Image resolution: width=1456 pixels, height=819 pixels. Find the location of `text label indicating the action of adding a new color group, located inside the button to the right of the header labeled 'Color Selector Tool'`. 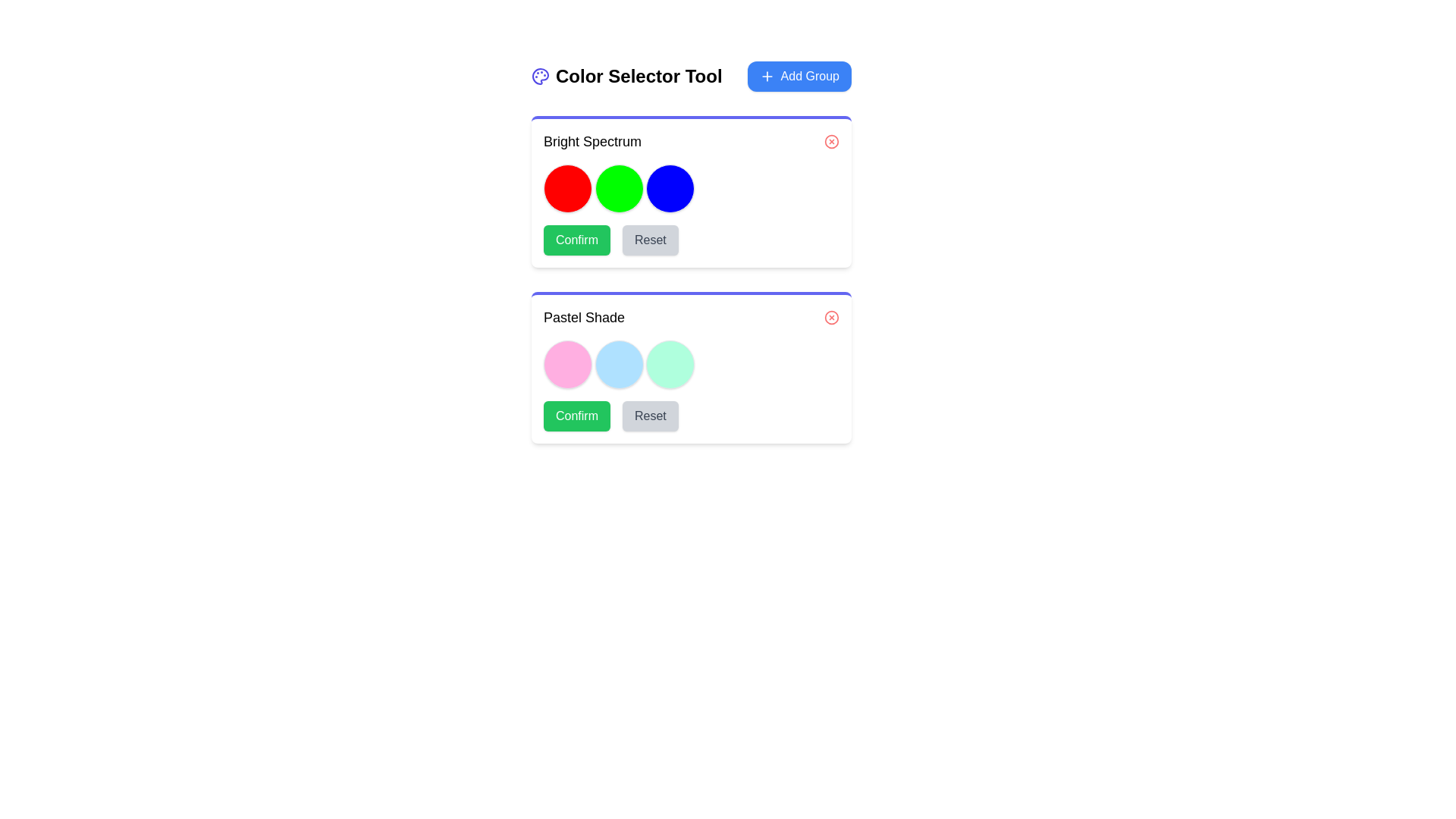

text label indicating the action of adding a new color group, located inside the button to the right of the header labeled 'Color Selector Tool' is located at coordinates (809, 76).